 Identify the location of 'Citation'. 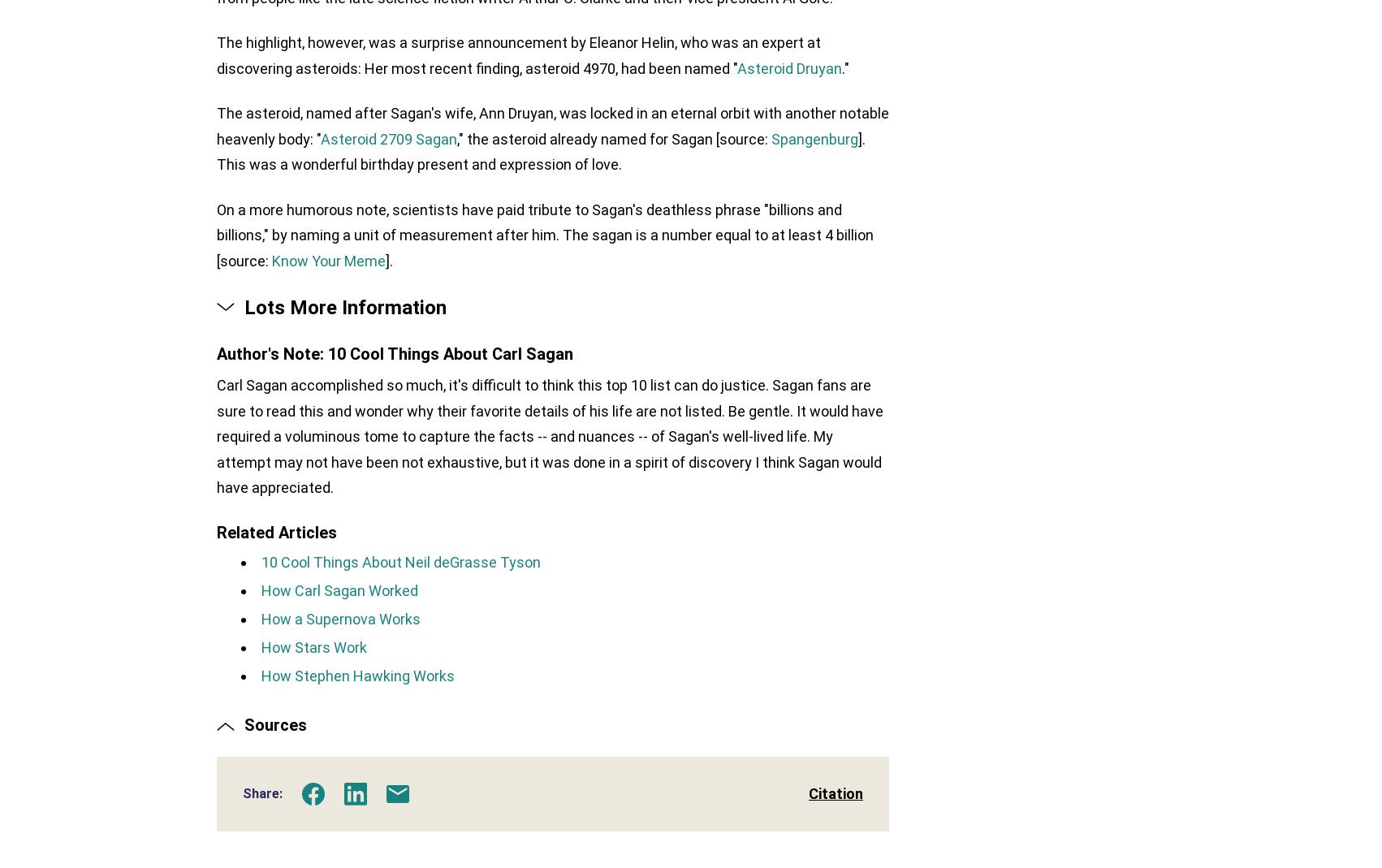
(808, 797).